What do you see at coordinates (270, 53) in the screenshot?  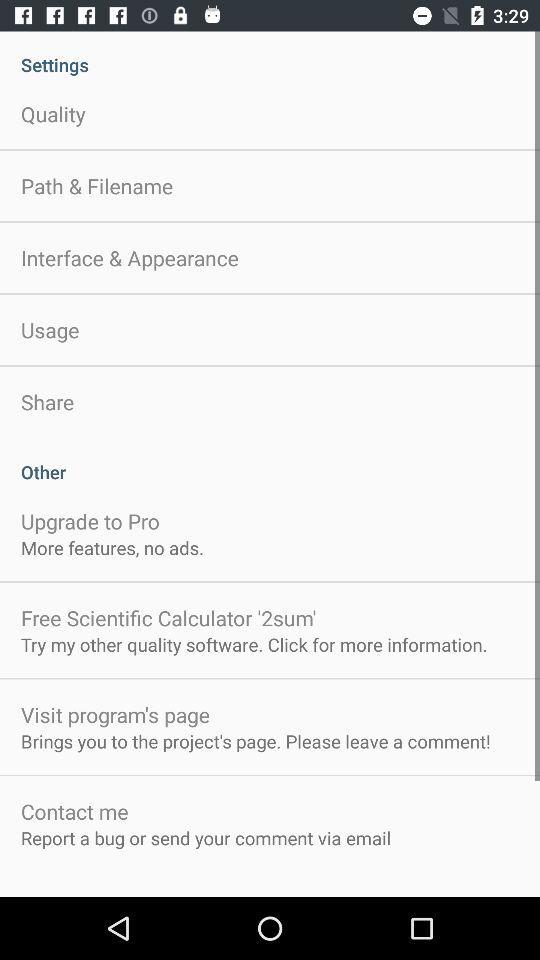 I see `settings item` at bounding box center [270, 53].